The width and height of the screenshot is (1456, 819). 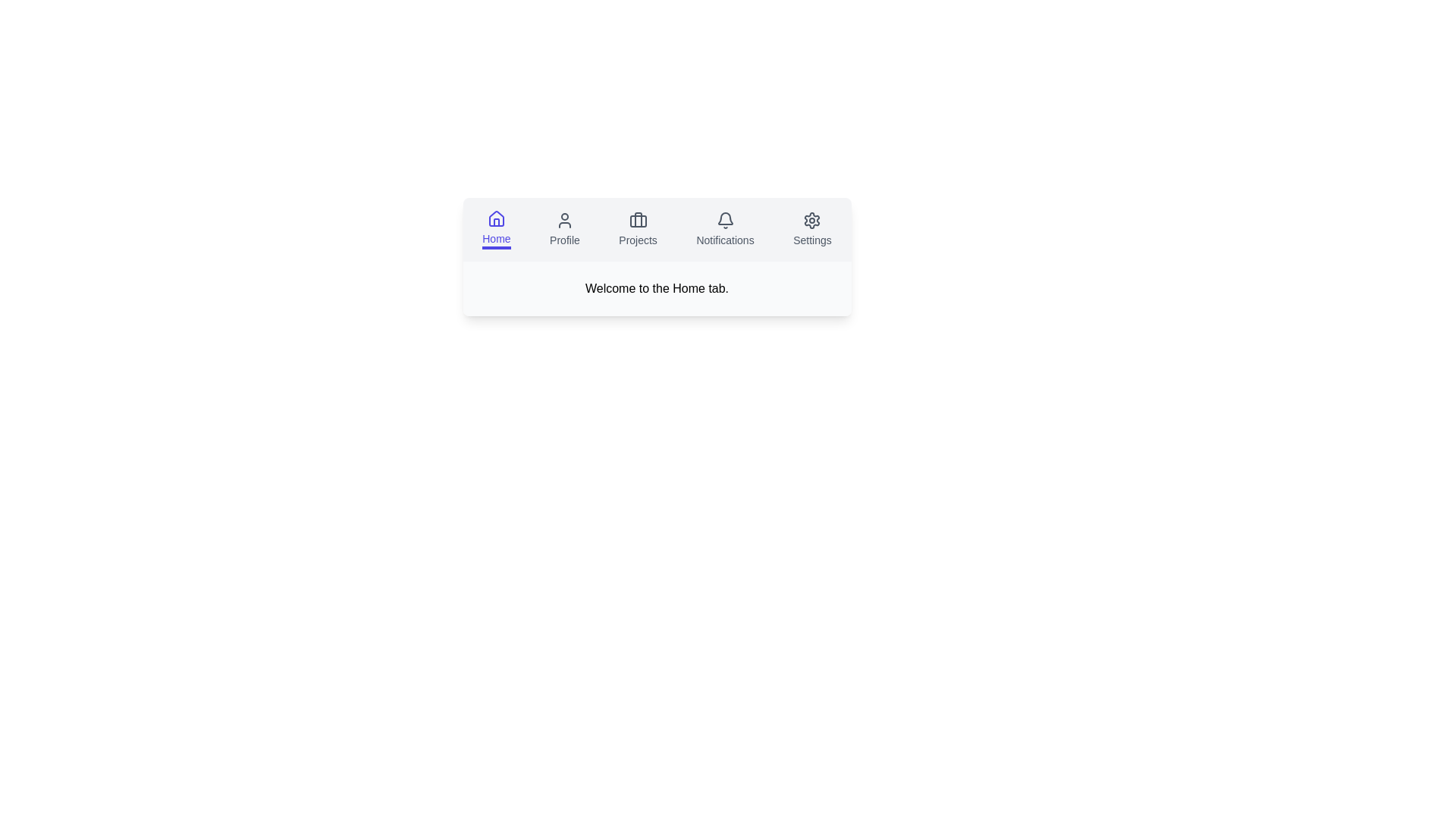 What do you see at coordinates (496, 230) in the screenshot?
I see `the blue-tinted home icon with the text 'Home' and an active blue underline` at bounding box center [496, 230].